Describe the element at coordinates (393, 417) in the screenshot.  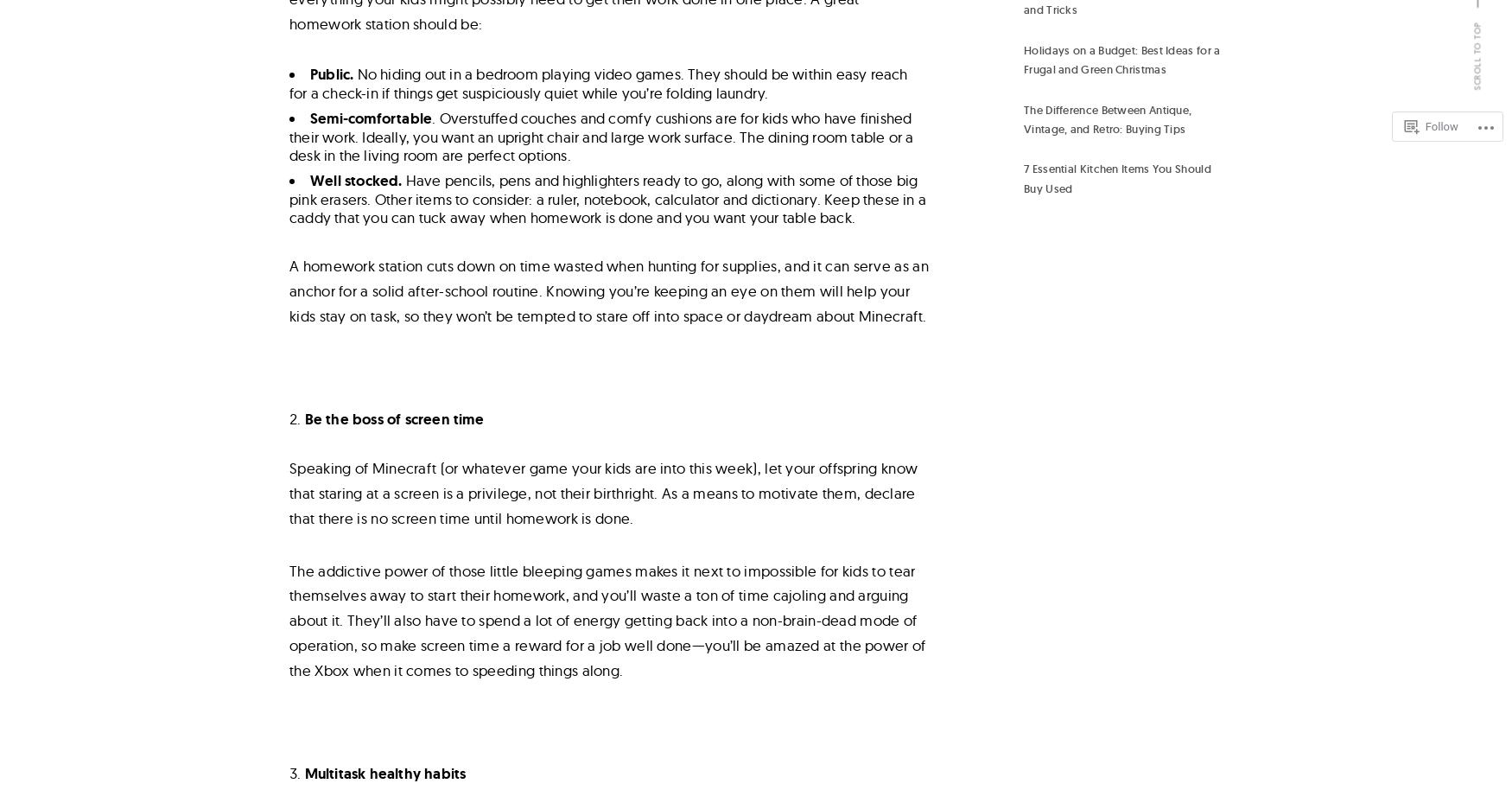
I see `'Be the boss of screen time'` at that location.